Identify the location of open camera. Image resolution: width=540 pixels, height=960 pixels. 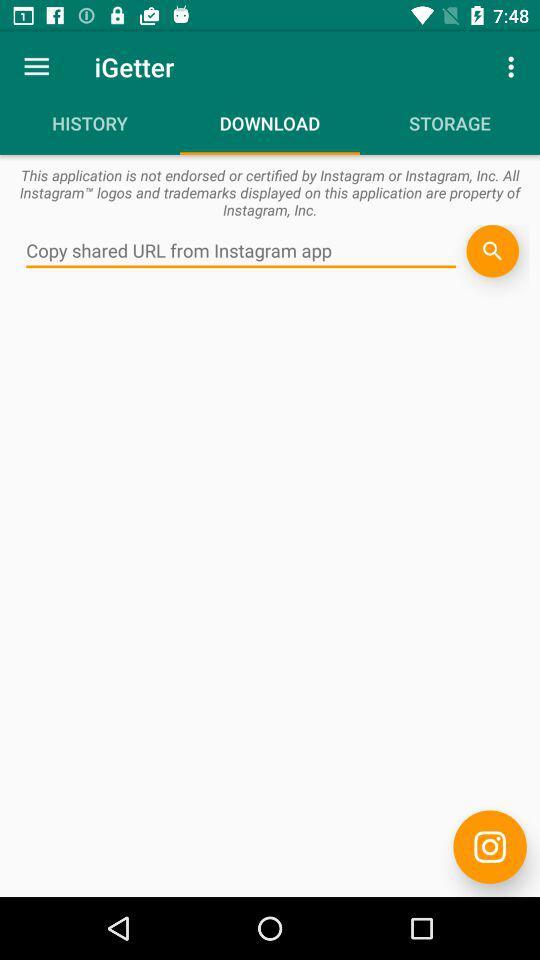
(489, 846).